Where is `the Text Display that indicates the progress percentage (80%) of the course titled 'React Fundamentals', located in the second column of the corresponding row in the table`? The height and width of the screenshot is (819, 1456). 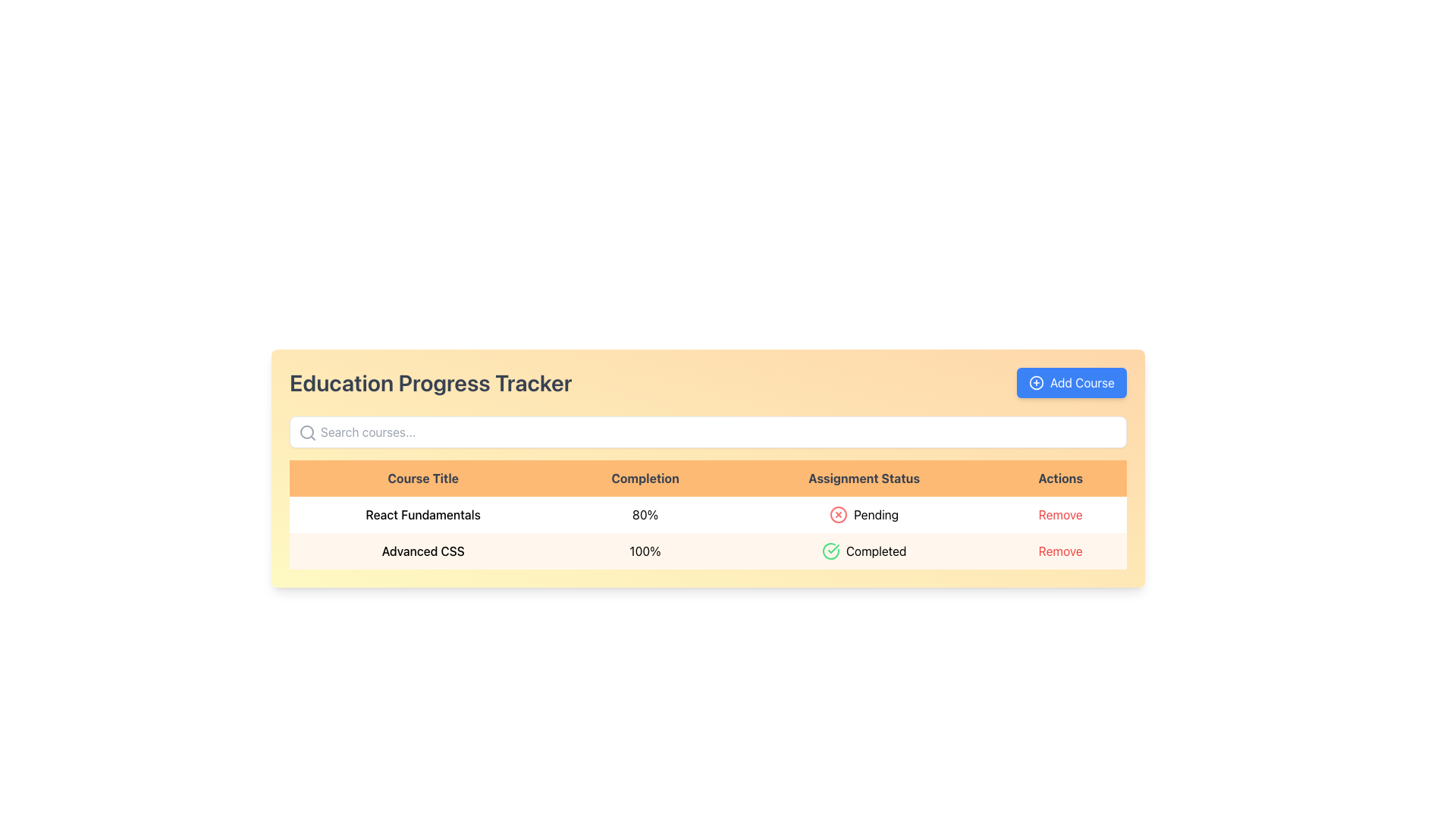
the Text Display that indicates the progress percentage (80%) of the course titled 'React Fundamentals', located in the second column of the corresponding row in the table is located at coordinates (645, 513).